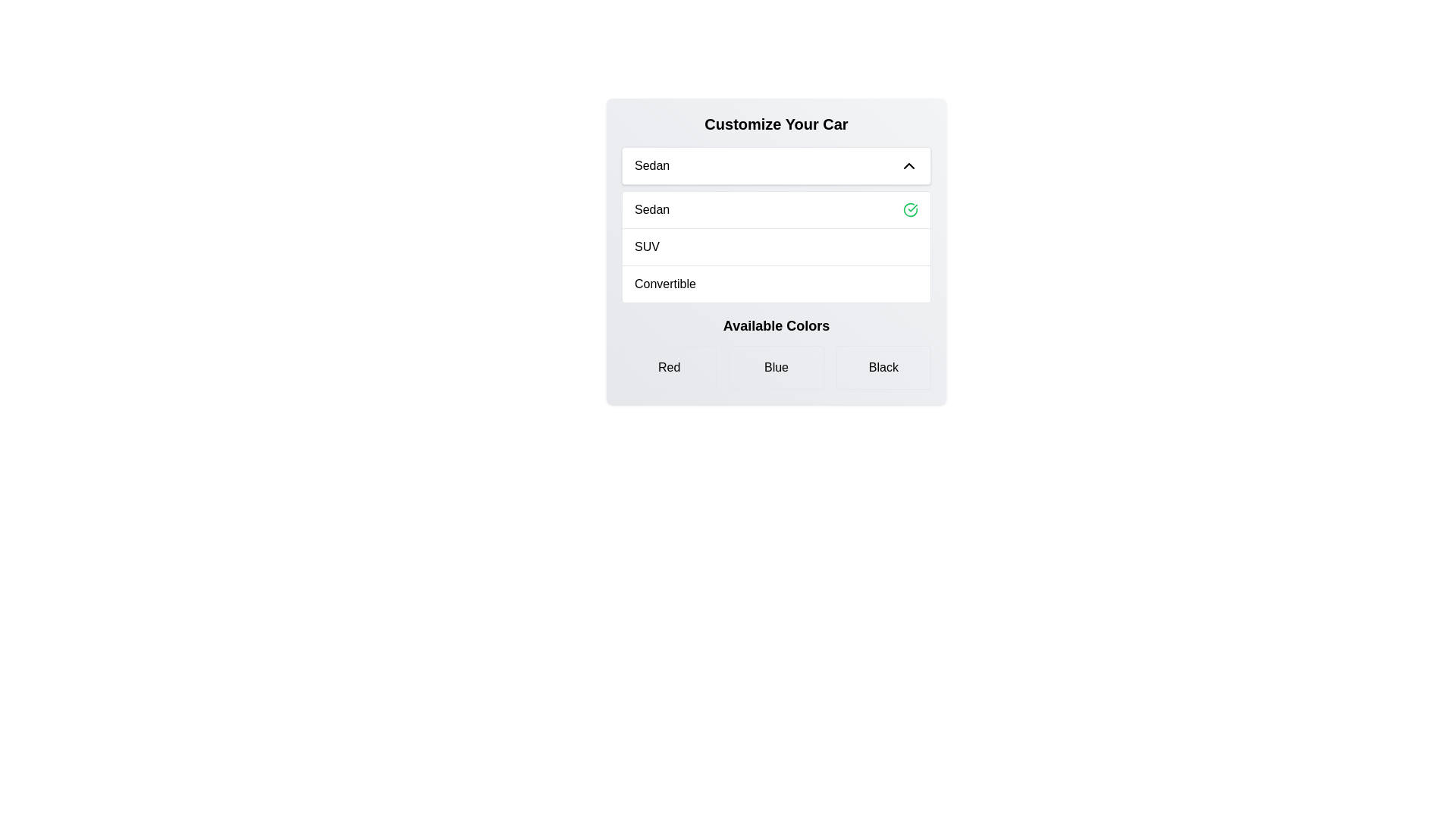 This screenshot has width=1456, height=819. I want to click on the rectangular button labeled 'Black' with a gray background and rounded corners, so click(883, 368).